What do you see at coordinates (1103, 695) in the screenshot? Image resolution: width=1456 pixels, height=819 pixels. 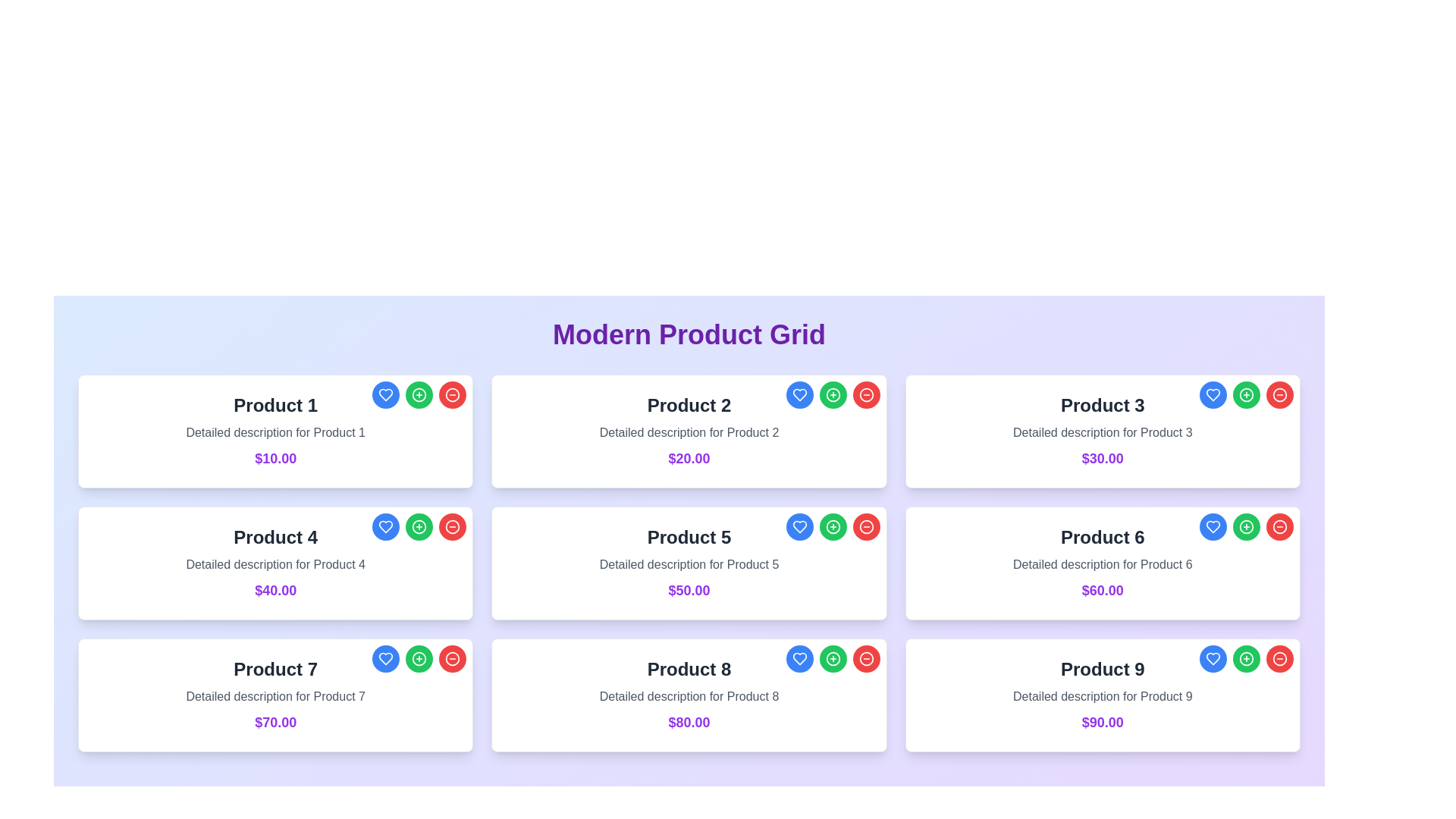 I see `the actionable buttons within the product information card located at the bottom-right corner of the 3x3 grid of product cards` at bounding box center [1103, 695].